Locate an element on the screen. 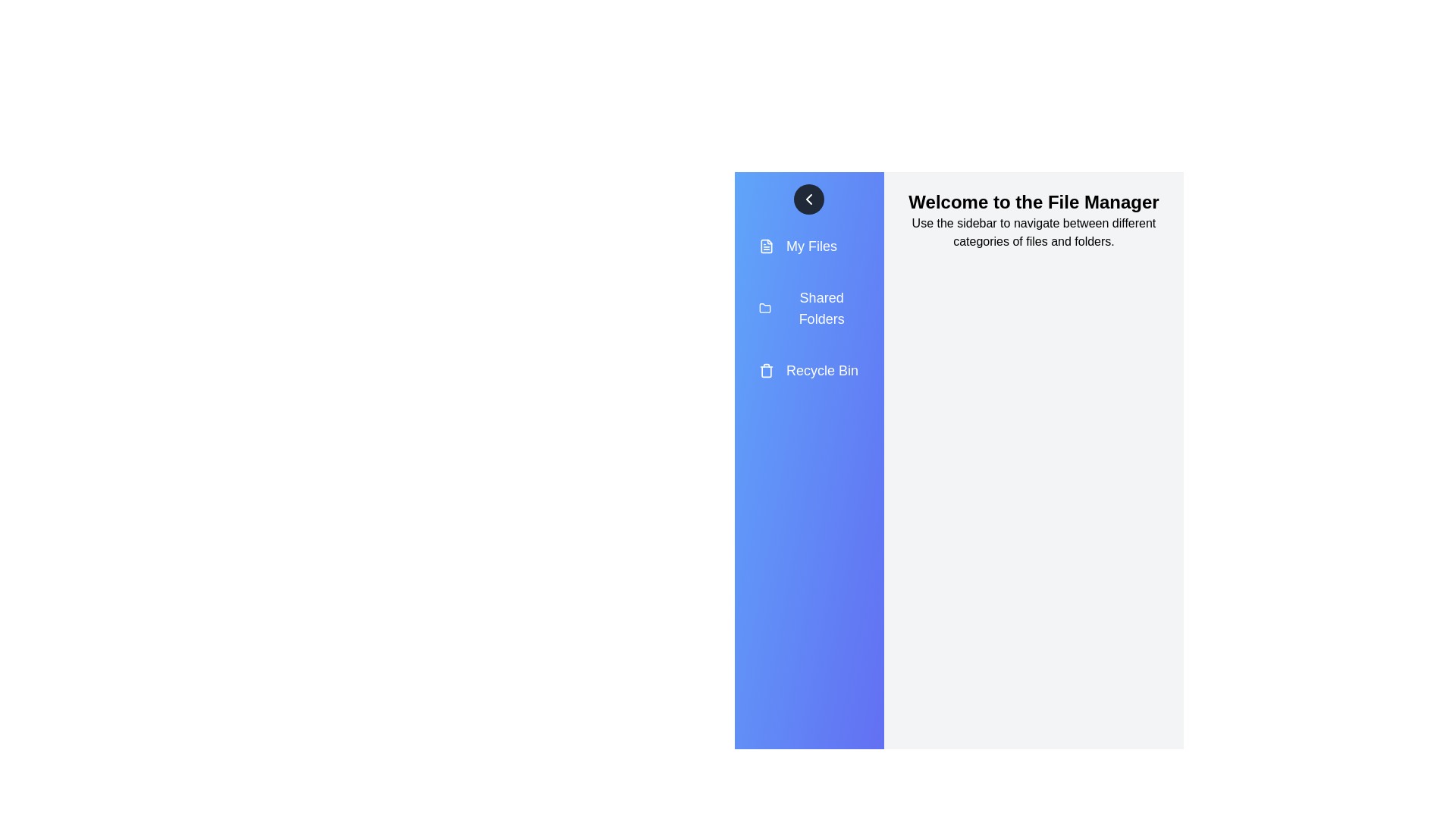 The height and width of the screenshot is (819, 1456). the 'Recycle Bin' menu item in the sidebar is located at coordinates (808, 371).